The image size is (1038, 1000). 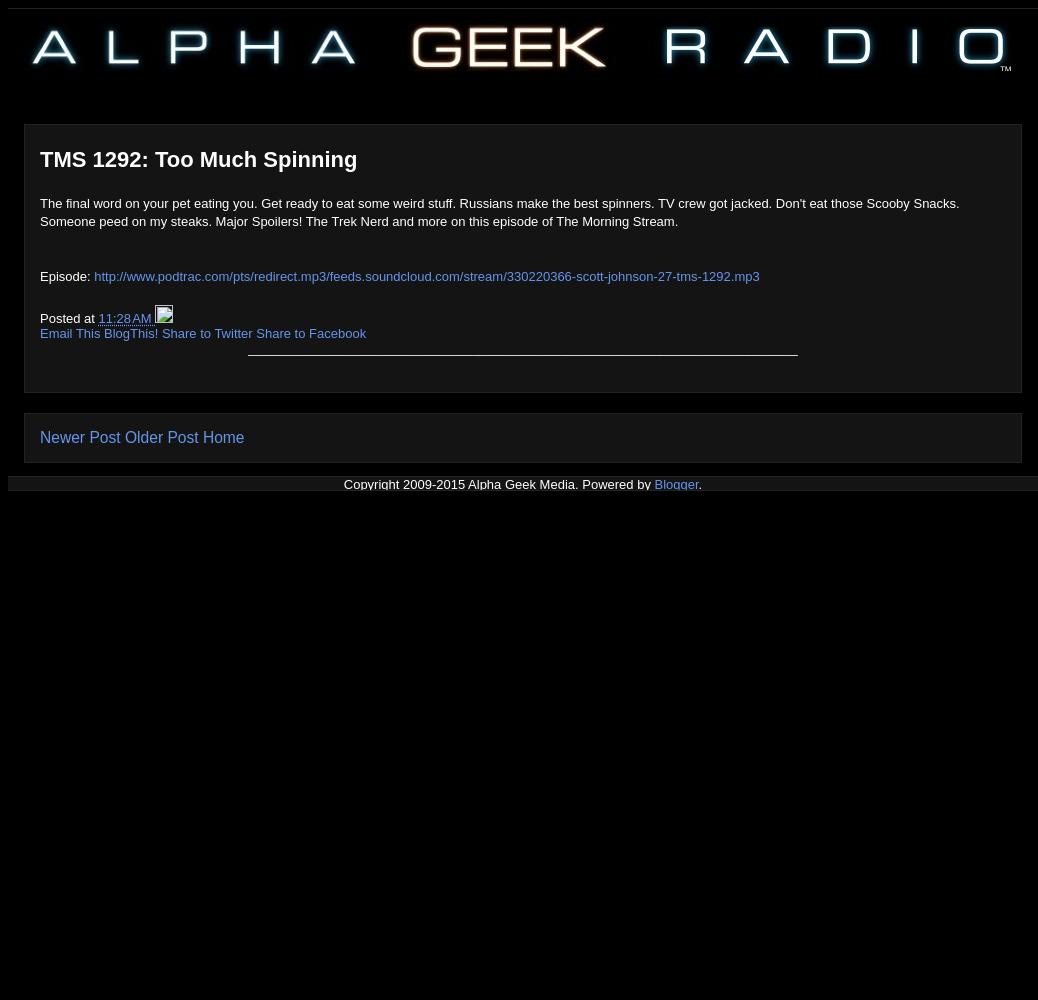 I want to click on 'Share to Twitter', so click(x=207, y=332).